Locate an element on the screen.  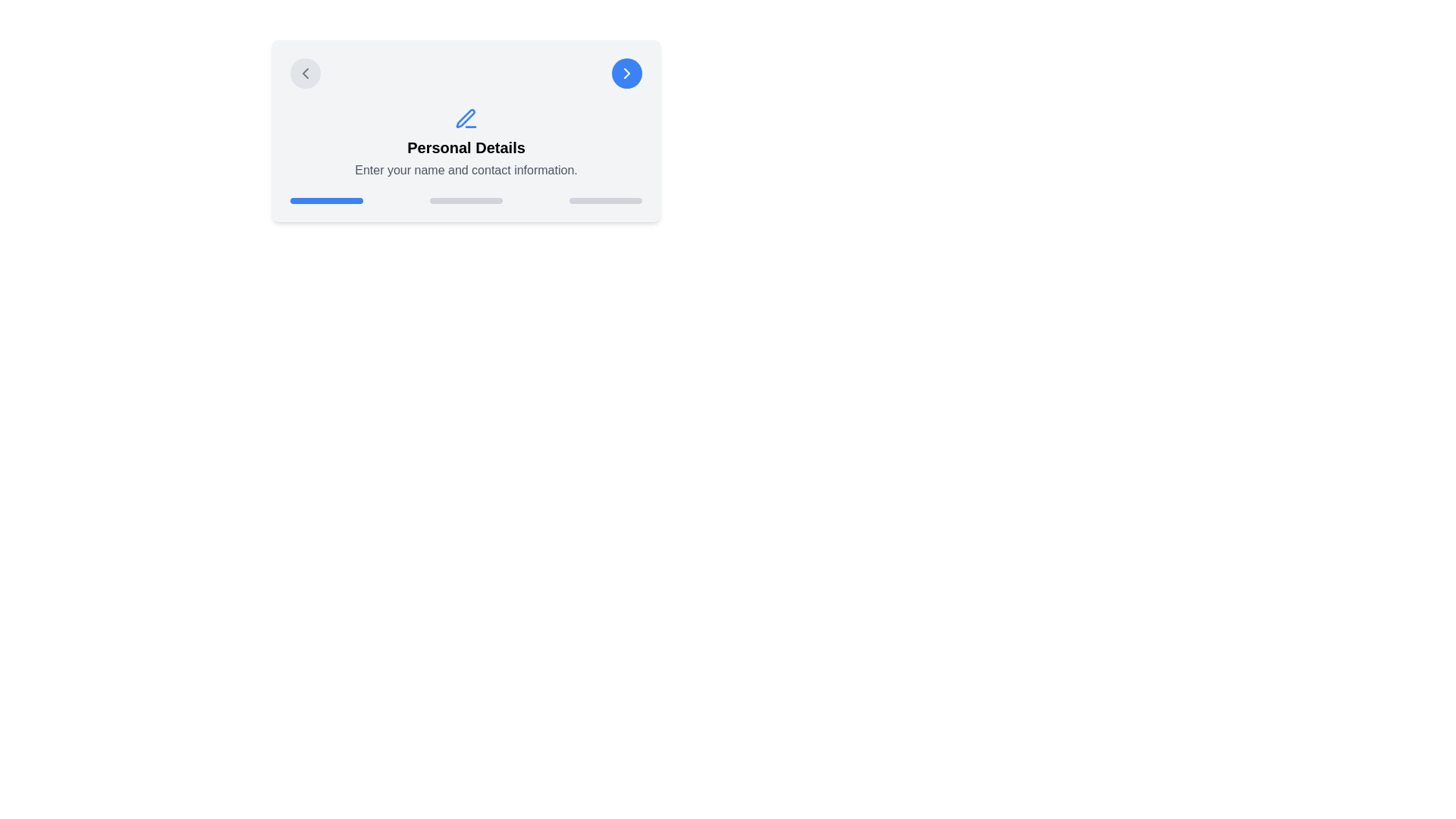
the left-arrow button to navigate to the previous step is located at coordinates (305, 73).